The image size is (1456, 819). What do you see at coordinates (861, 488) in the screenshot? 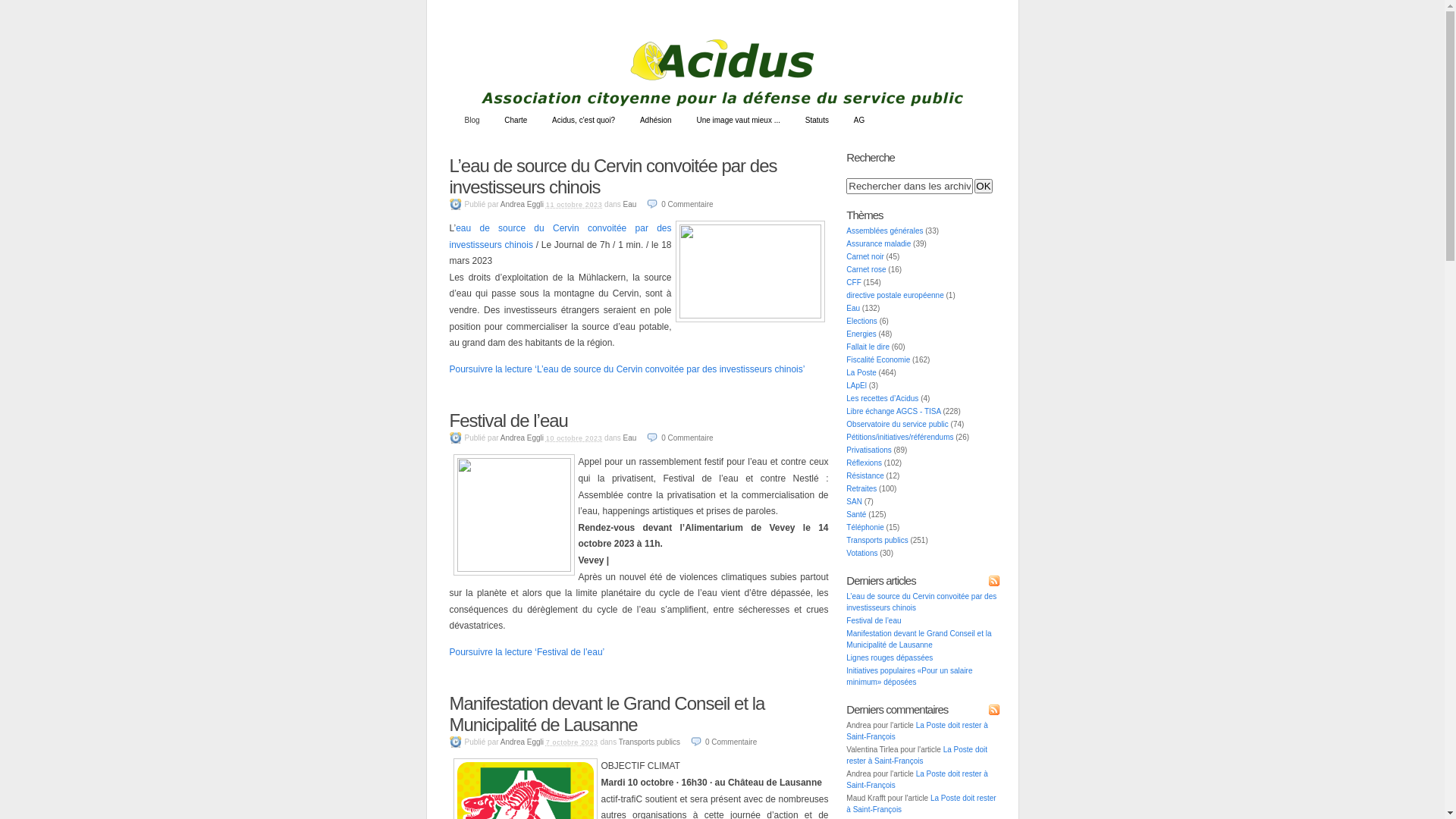
I see `'Retraites'` at bounding box center [861, 488].